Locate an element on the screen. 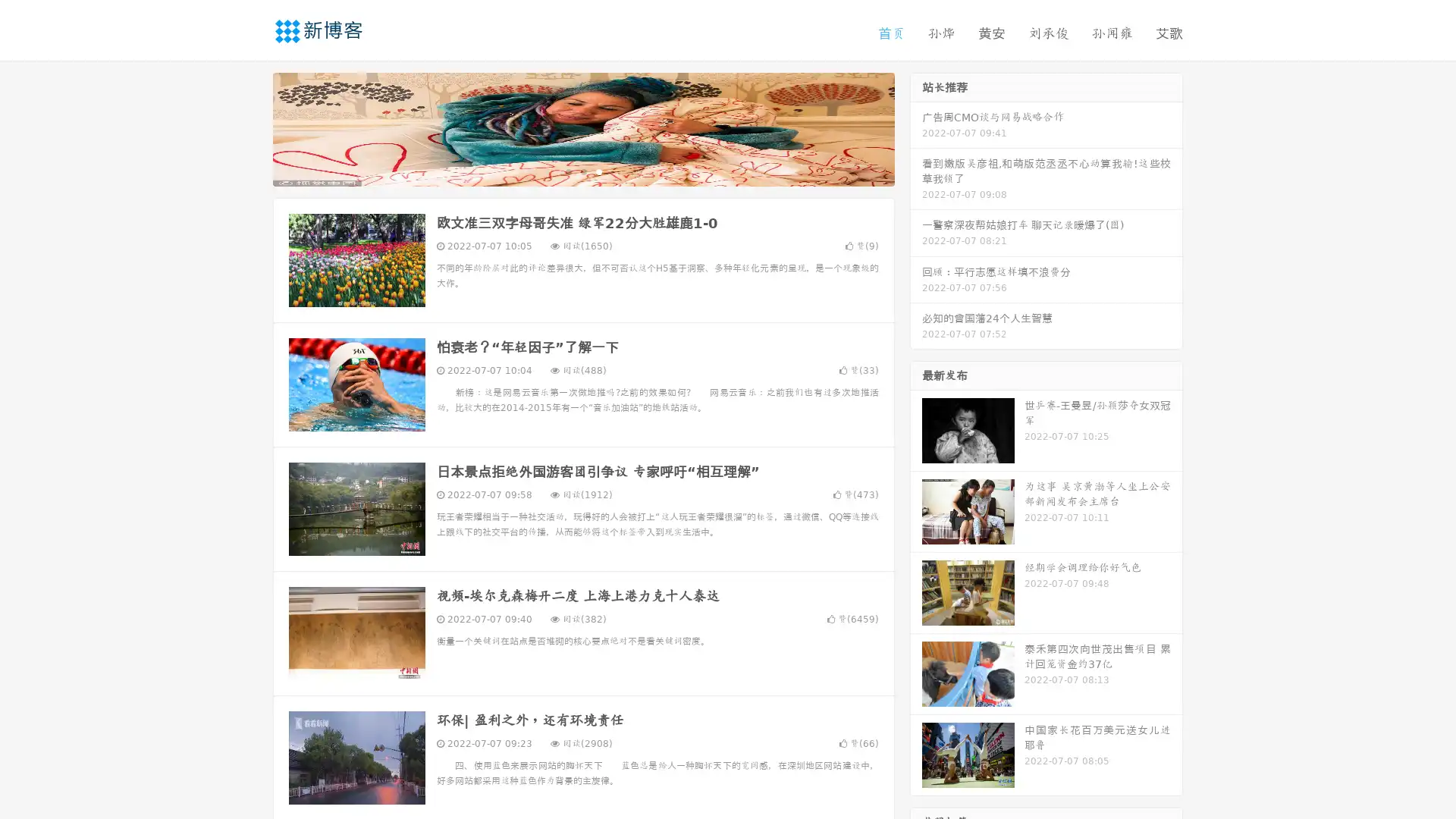 The height and width of the screenshot is (819, 1456). Go to slide 3 is located at coordinates (598, 171).